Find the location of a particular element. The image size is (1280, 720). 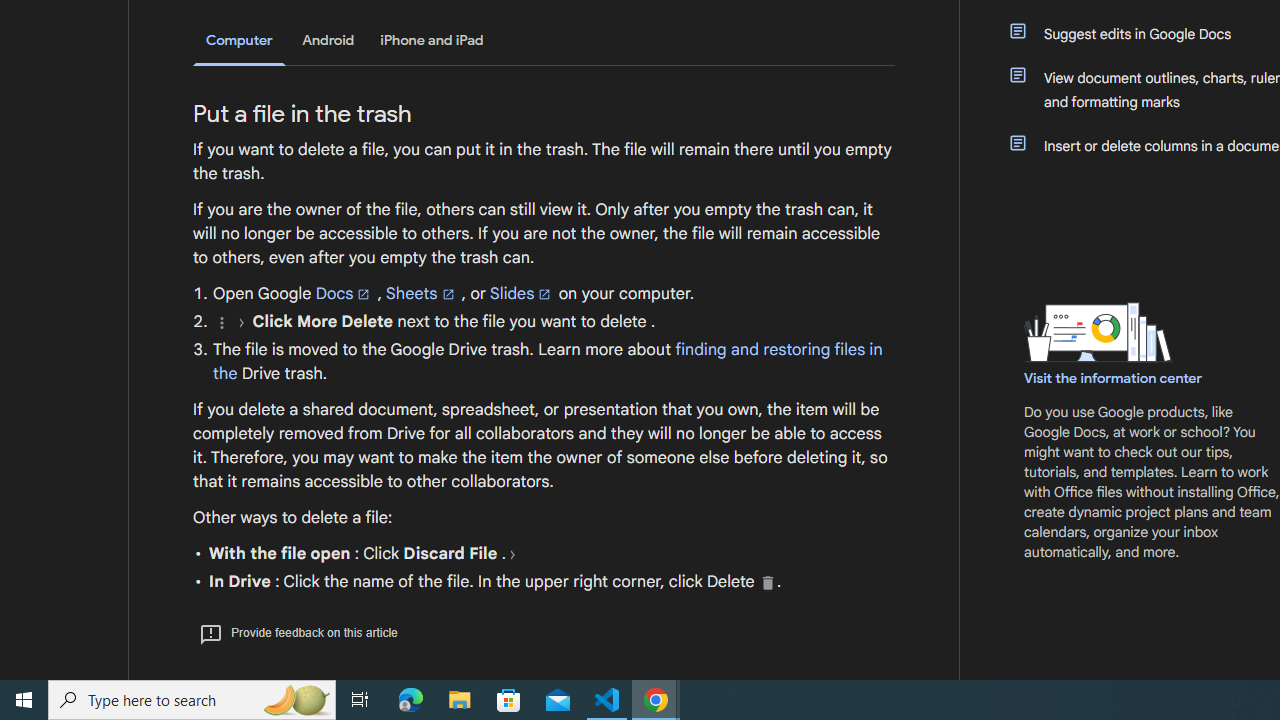

'More' is located at coordinates (221, 321).